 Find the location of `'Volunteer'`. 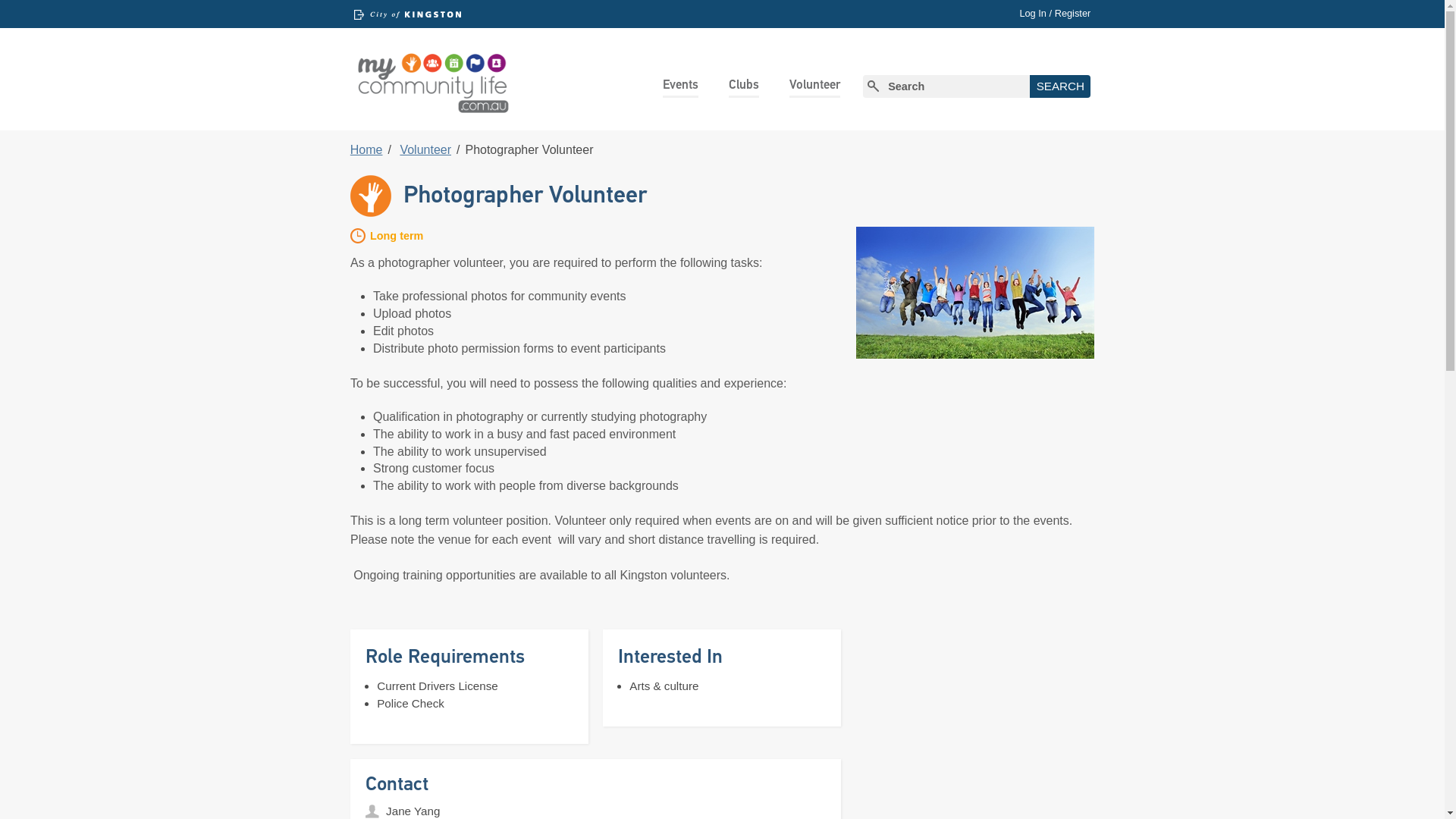

'Volunteer' is located at coordinates (425, 149).